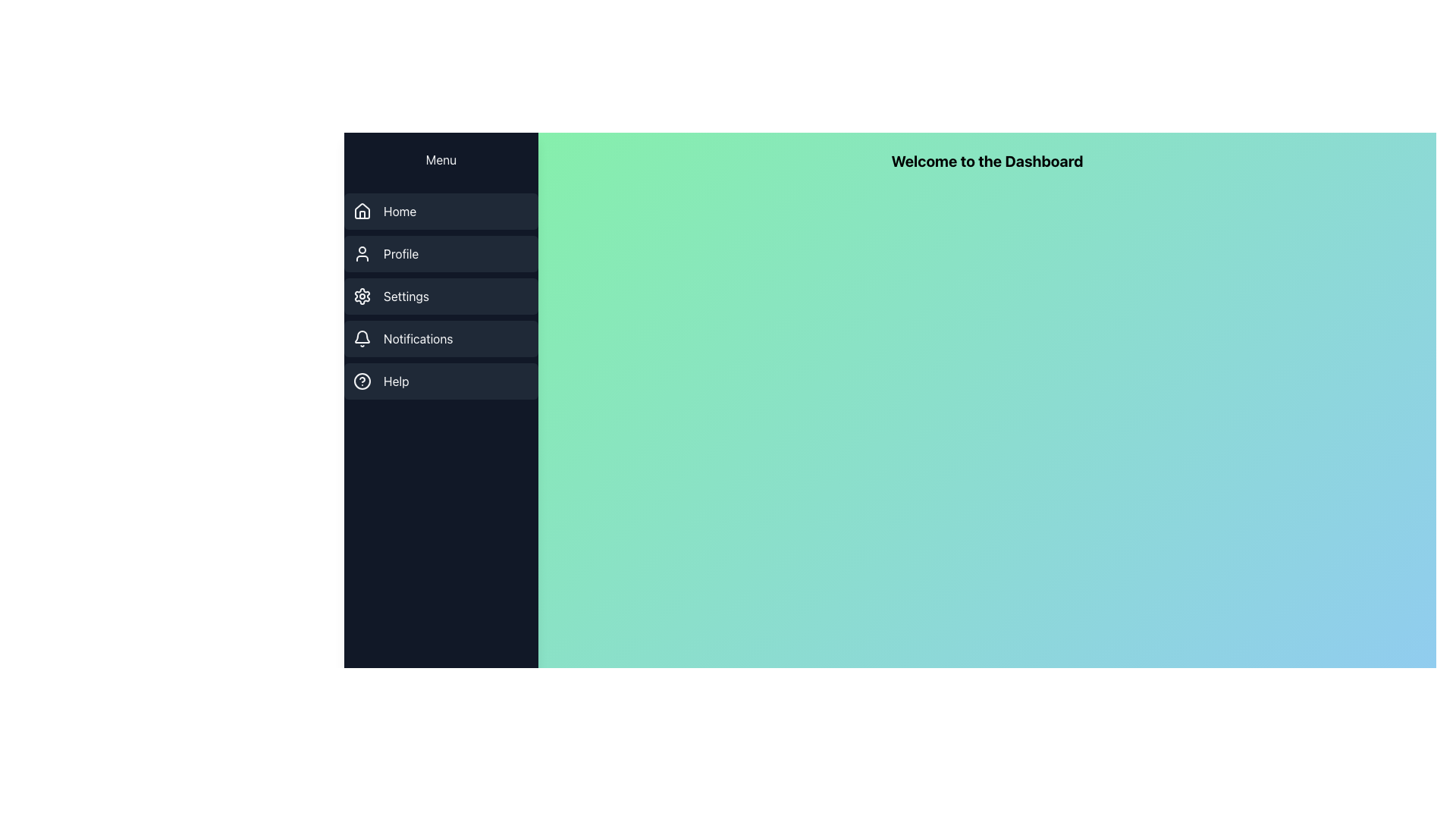 The height and width of the screenshot is (819, 1456). Describe the element at coordinates (987, 161) in the screenshot. I see `the header text label on the dashboard page, which serves as a greeting message and is positioned near the top of the gradient background area` at that location.